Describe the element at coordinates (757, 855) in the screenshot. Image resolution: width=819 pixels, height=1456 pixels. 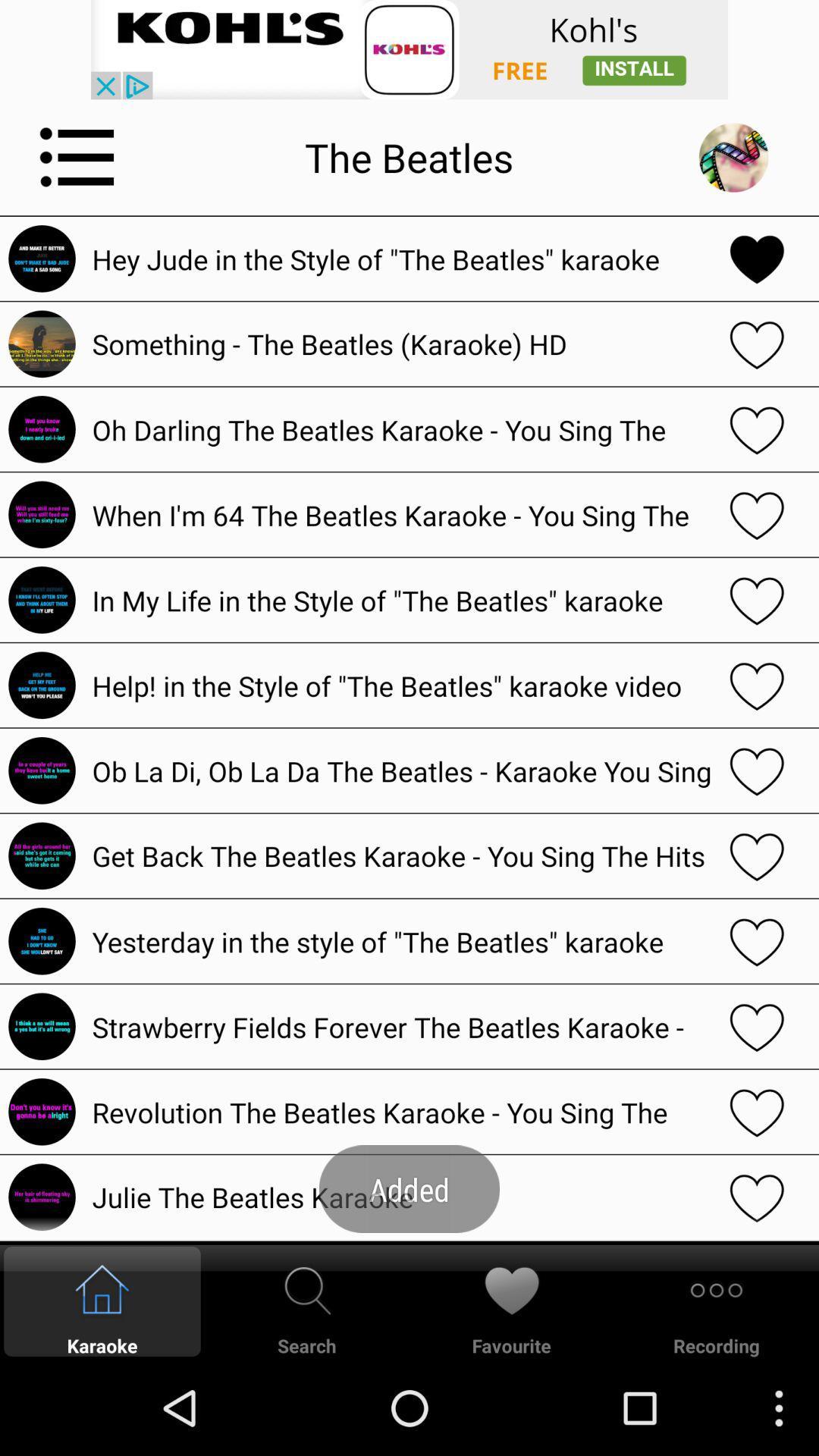
I see `to favorites` at that location.